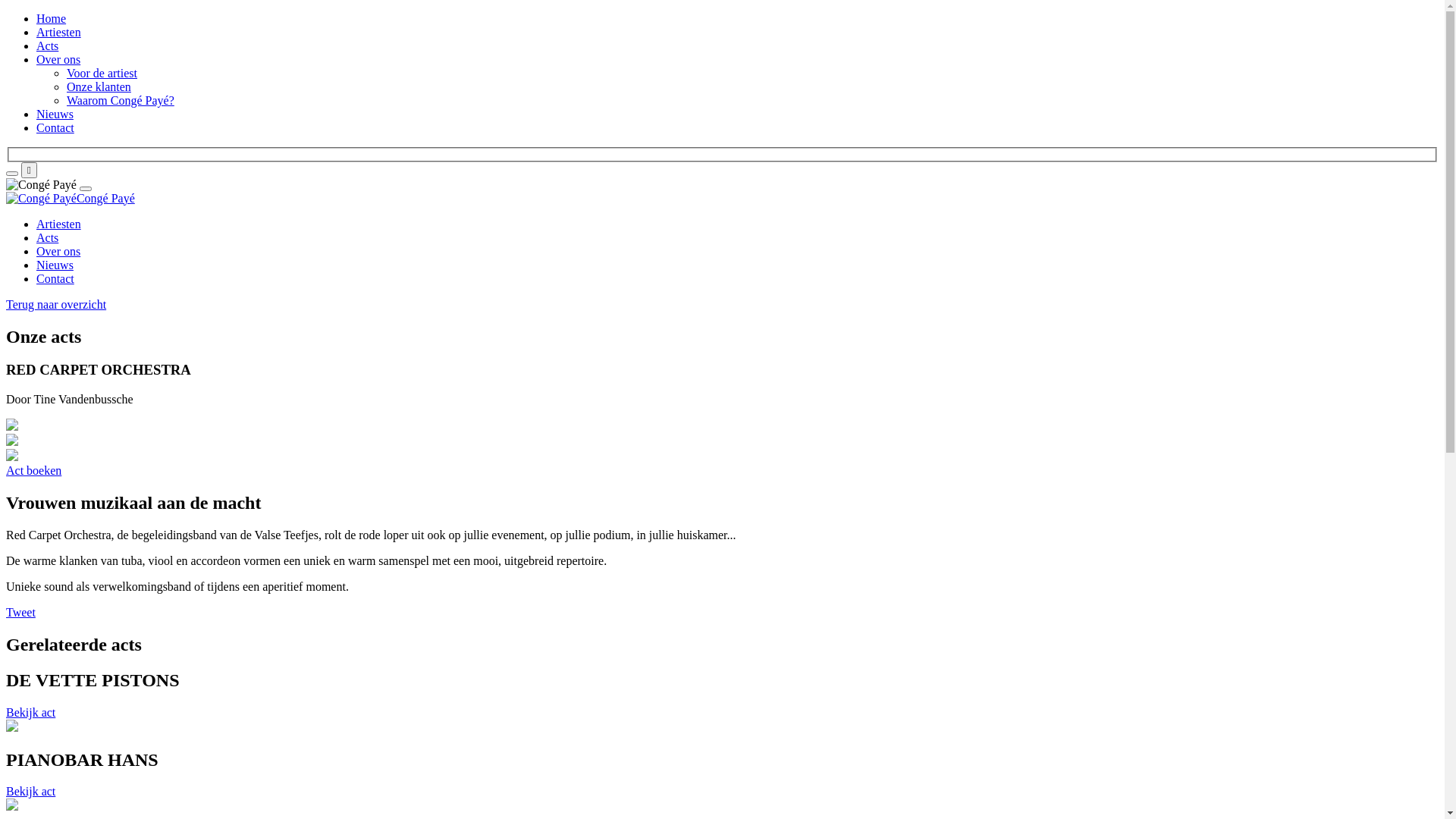  I want to click on 'Acts', so click(36, 237).